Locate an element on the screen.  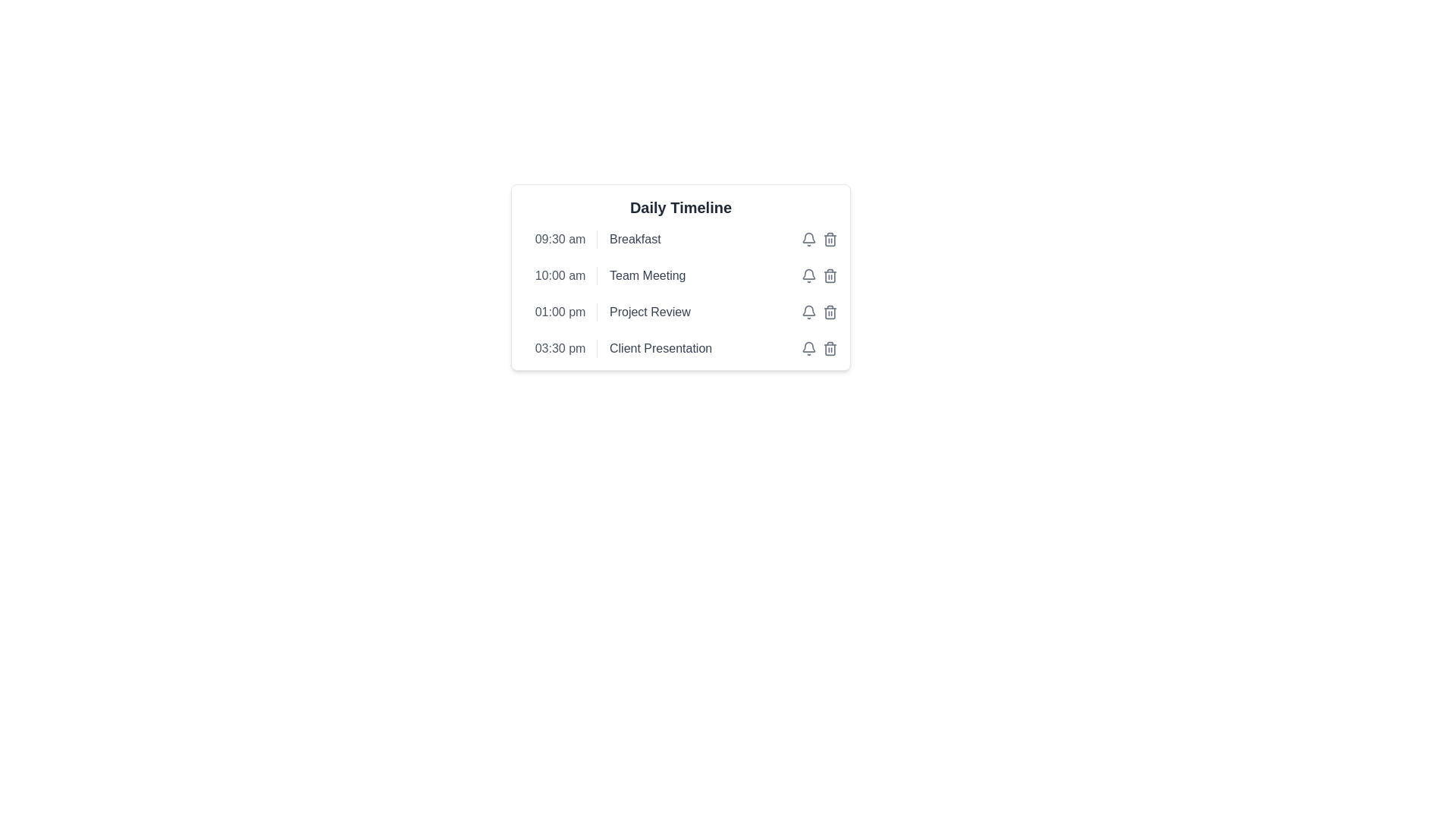
title 'Daily Timeline' from the bold header text label that is centered at the top of the daily schedule card is located at coordinates (679, 207).